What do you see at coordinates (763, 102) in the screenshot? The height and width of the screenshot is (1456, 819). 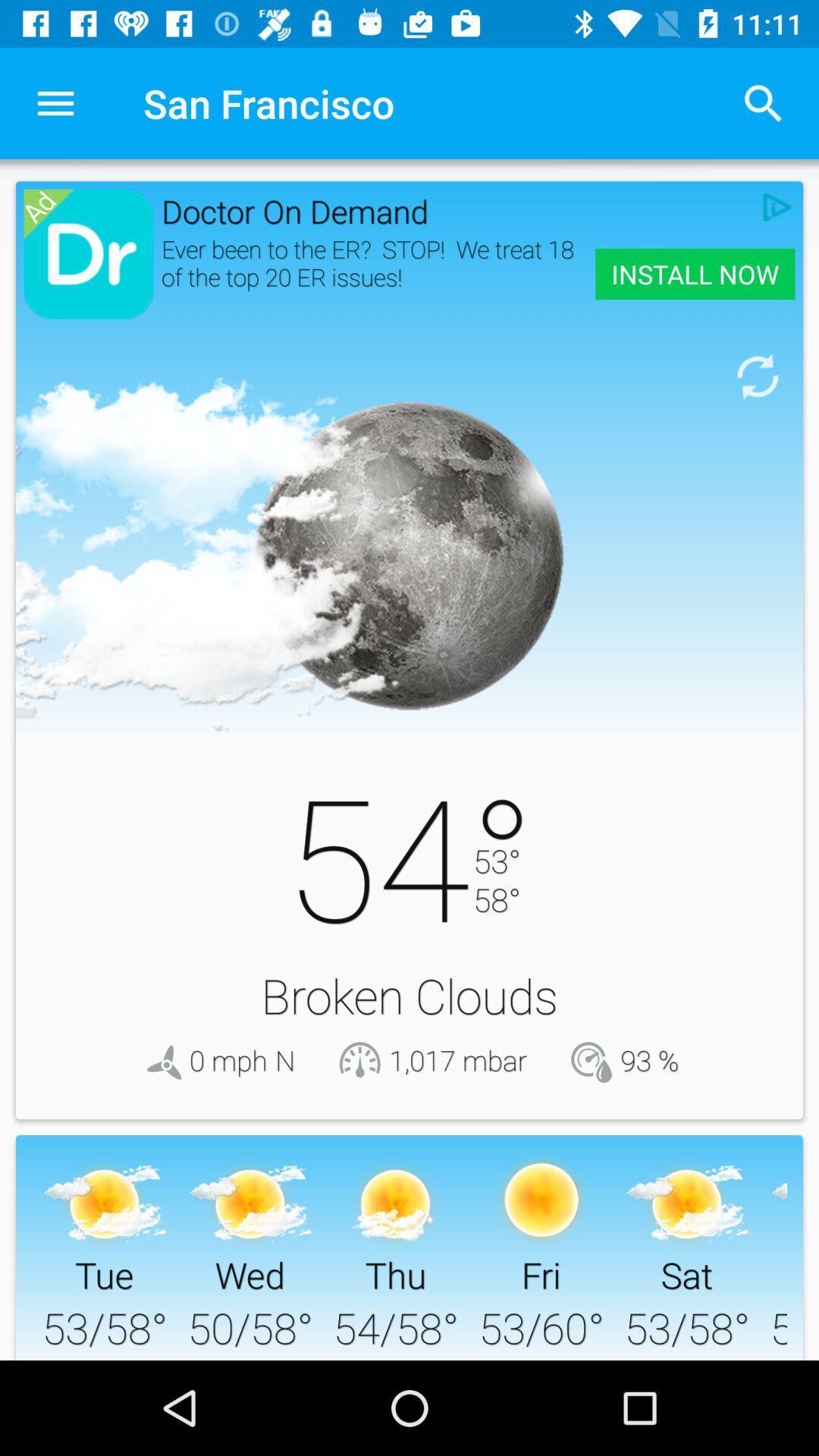 I see `item next to the san francisco item` at bounding box center [763, 102].